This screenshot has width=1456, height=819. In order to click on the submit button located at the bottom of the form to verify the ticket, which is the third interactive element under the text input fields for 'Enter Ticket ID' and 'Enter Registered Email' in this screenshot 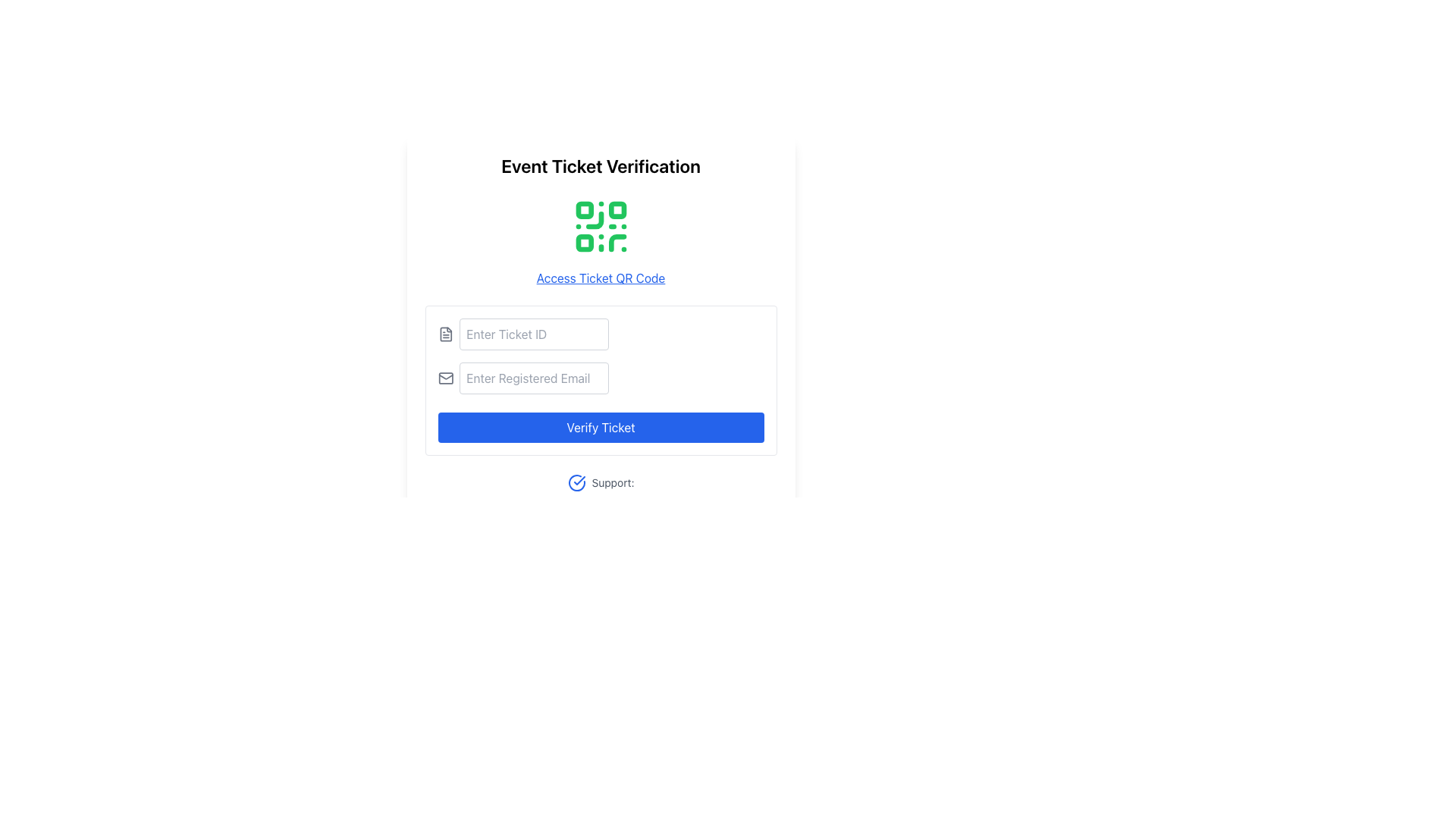, I will do `click(600, 427)`.